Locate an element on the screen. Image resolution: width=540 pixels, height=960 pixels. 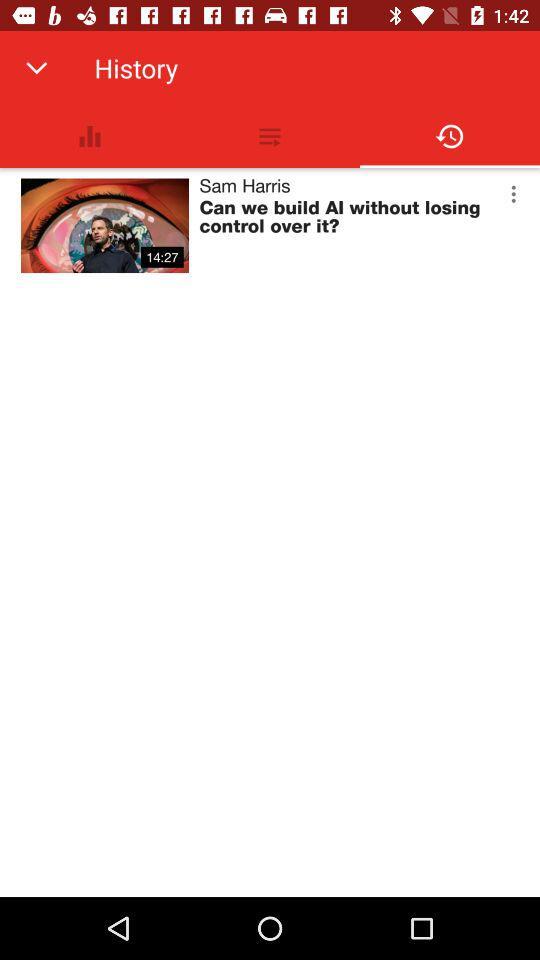
the icon to the right of the sam harris item is located at coordinates (513, 194).